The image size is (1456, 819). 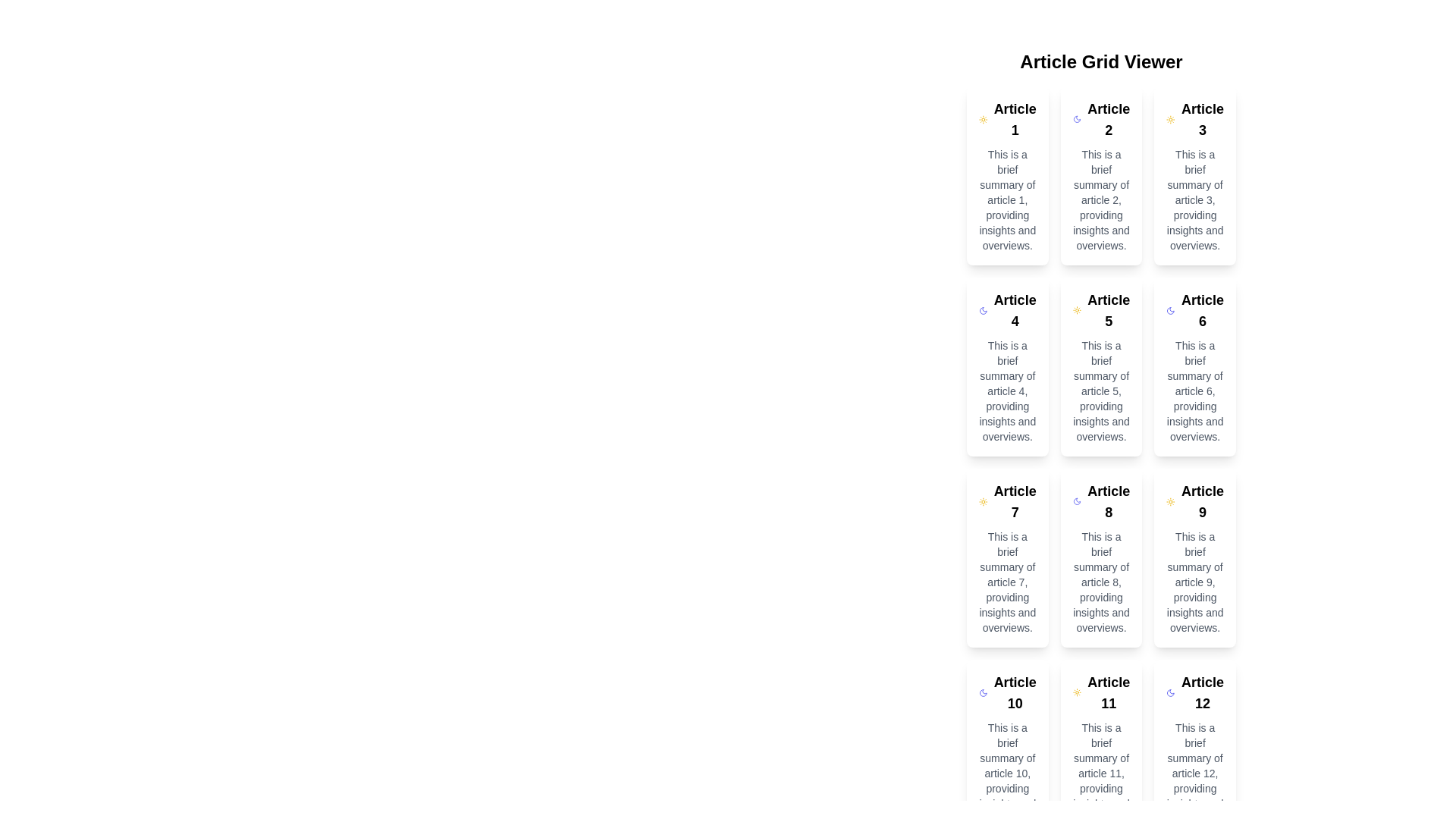 What do you see at coordinates (1194, 199) in the screenshot?
I see `text block displaying 'This is a brief summary of article 3, providing insights and overviews.' located in the third column of the grid layout beneath the 'Article 3' heading` at bounding box center [1194, 199].